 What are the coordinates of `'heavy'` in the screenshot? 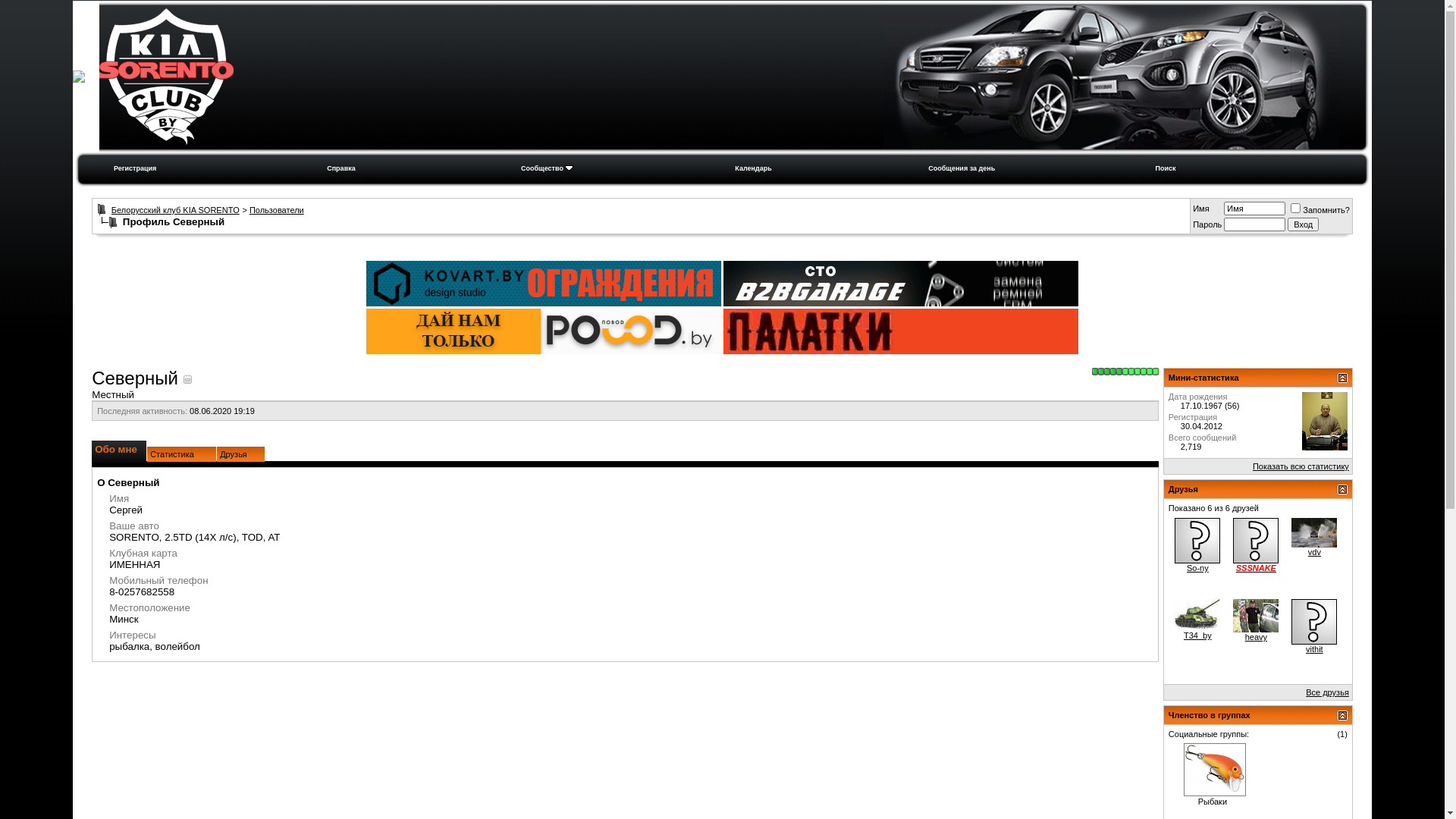 It's located at (1256, 637).